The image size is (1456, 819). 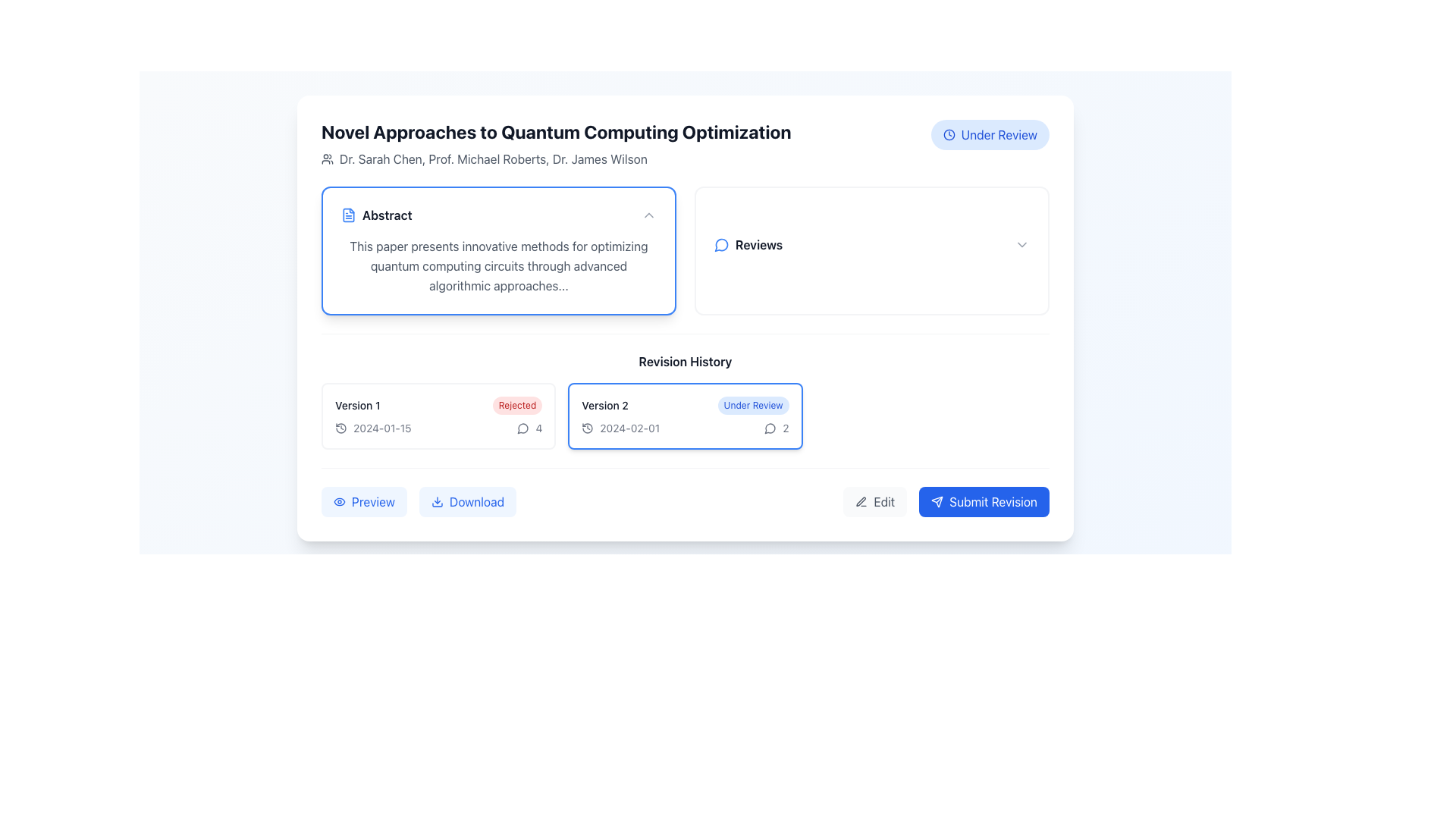 What do you see at coordinates (517, 405) in the screenshot?
I see `the 'Rejected' text label, which is a small, pill-shaped label with rounded corners and red text, located to the right of the 'Version 1' label in the 'Revision History' panel` at bounding box center [517, 405].